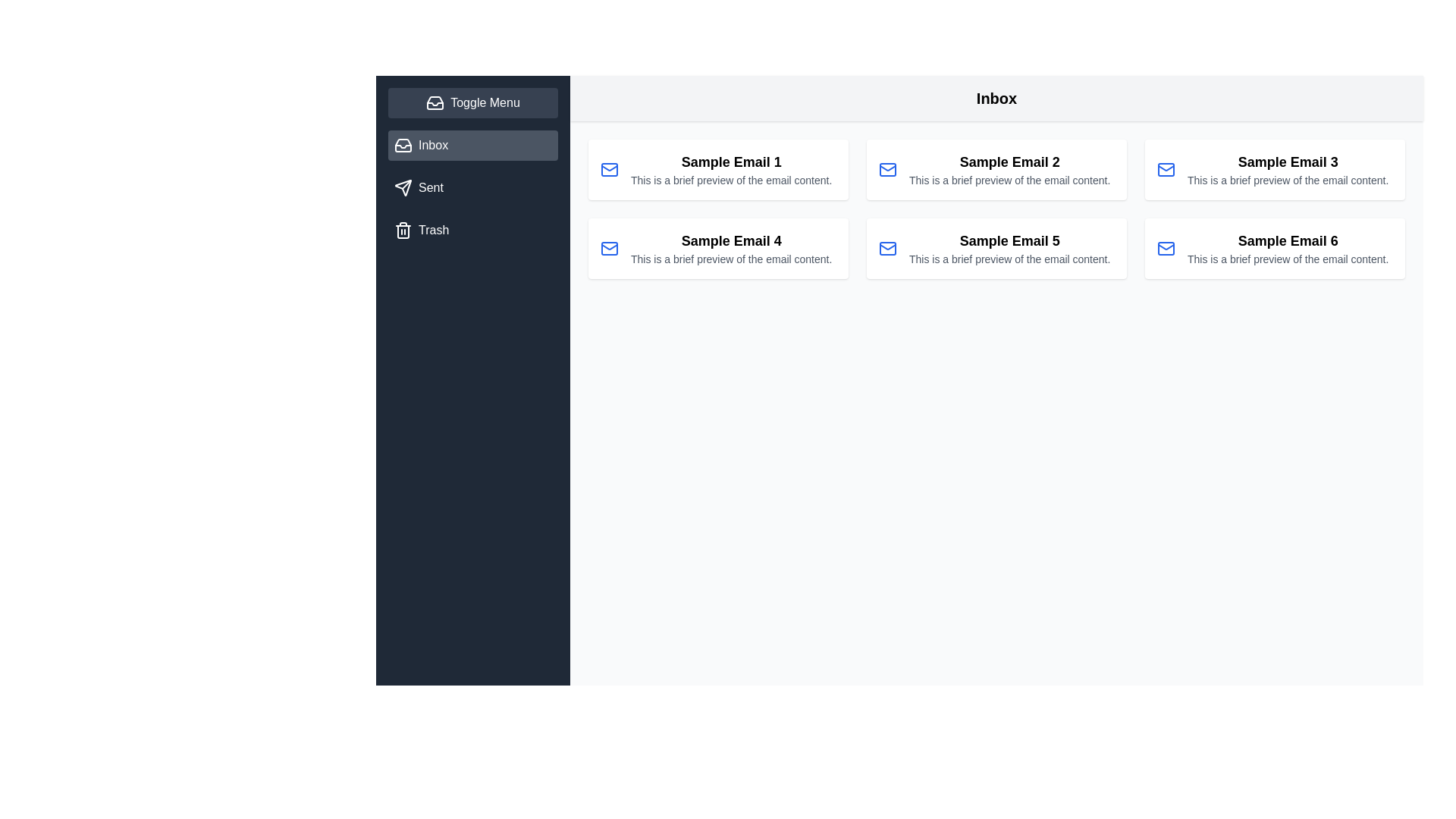 This screenshot has width=1456, height=819. I want to click on the 'Toggle Menu' button, which is the first item in the vertical stack of the sidebar on the left side of the interface, so click(472, 102).